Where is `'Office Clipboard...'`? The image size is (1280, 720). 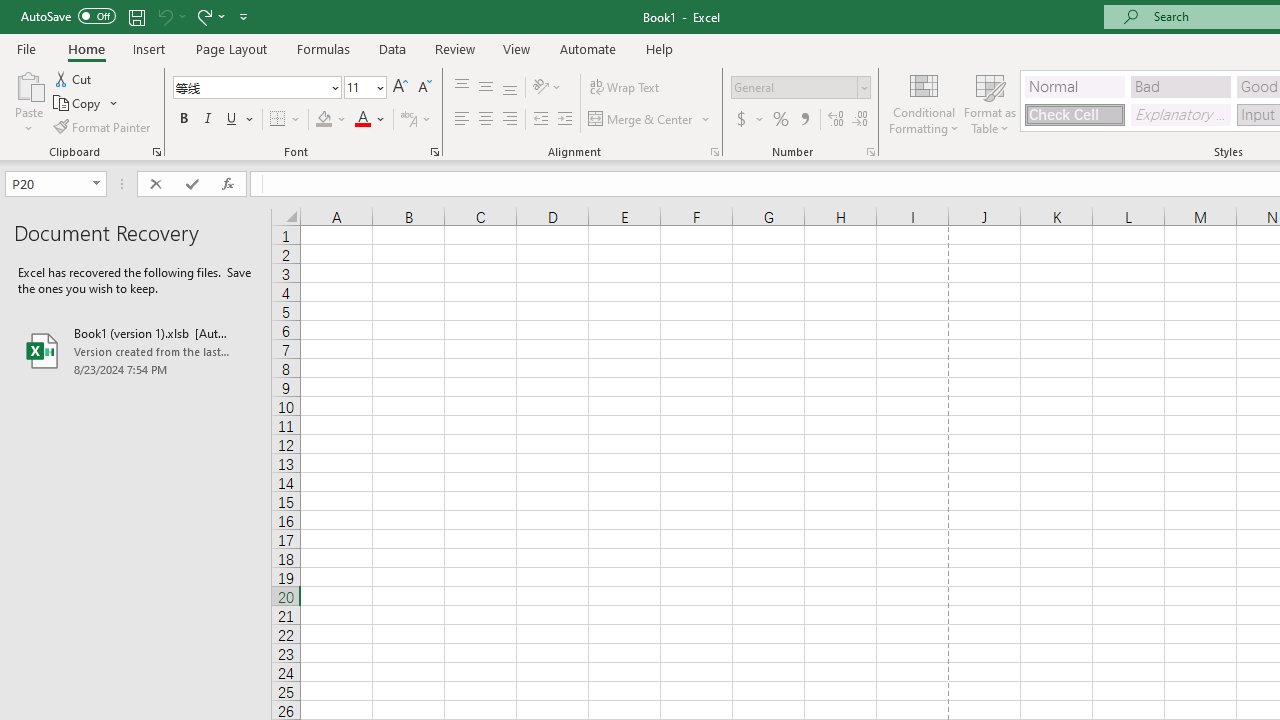 'Office Clipboard...' is located at coordinates (155, 150).